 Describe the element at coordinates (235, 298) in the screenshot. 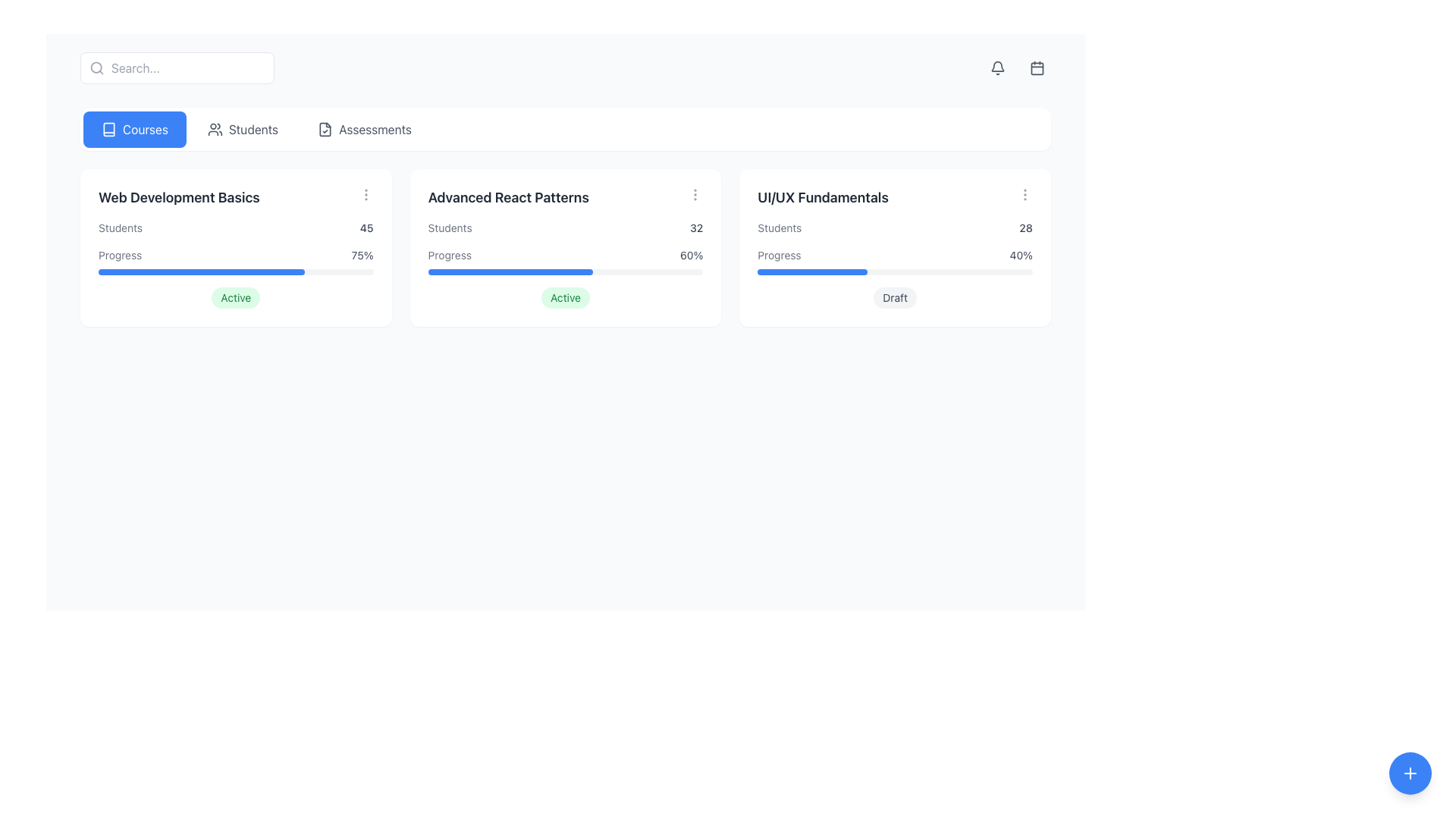

I see `the rounded pill-shaped label with a light green background and the text 'Active', located in the bottom section of the 'Web Development Basics' card` at that location.